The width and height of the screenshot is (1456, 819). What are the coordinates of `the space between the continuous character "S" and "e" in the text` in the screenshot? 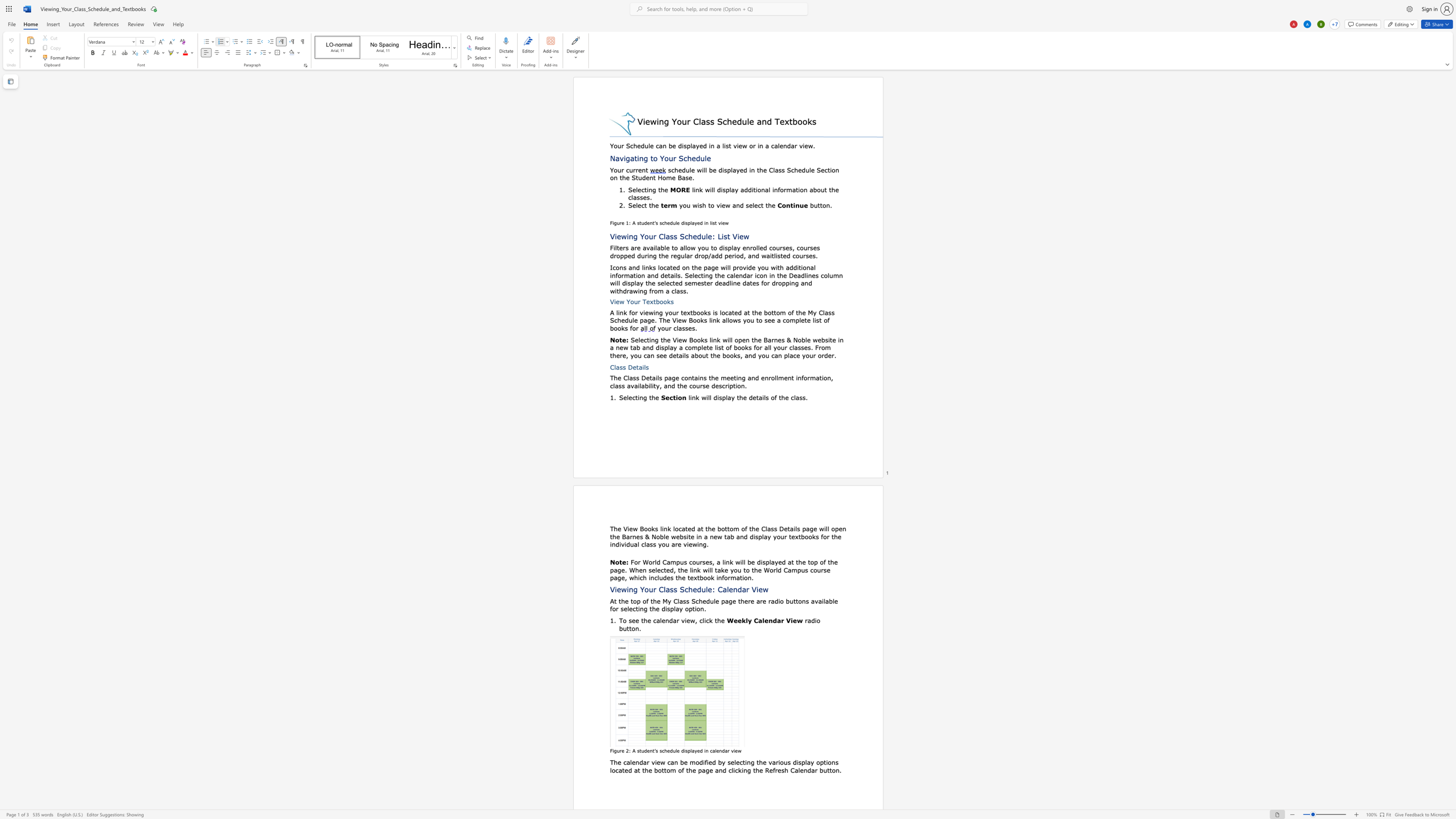 It's located at (632, 205).